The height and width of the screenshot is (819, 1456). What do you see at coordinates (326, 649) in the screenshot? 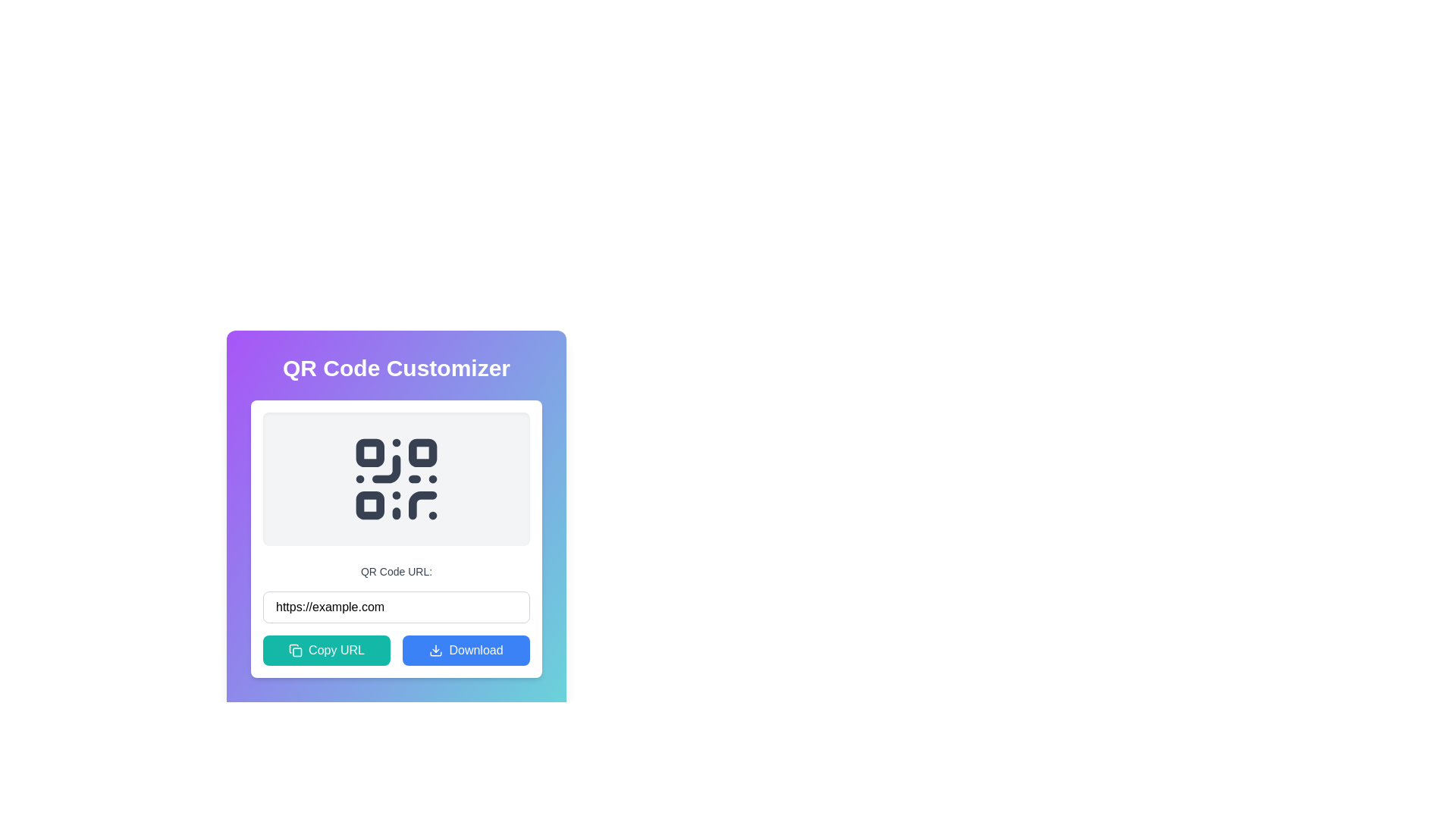
I see `the 'Copy URL' button, which is a teal rectangular button with rounded corners and white text` at bounding box center [326, 649].